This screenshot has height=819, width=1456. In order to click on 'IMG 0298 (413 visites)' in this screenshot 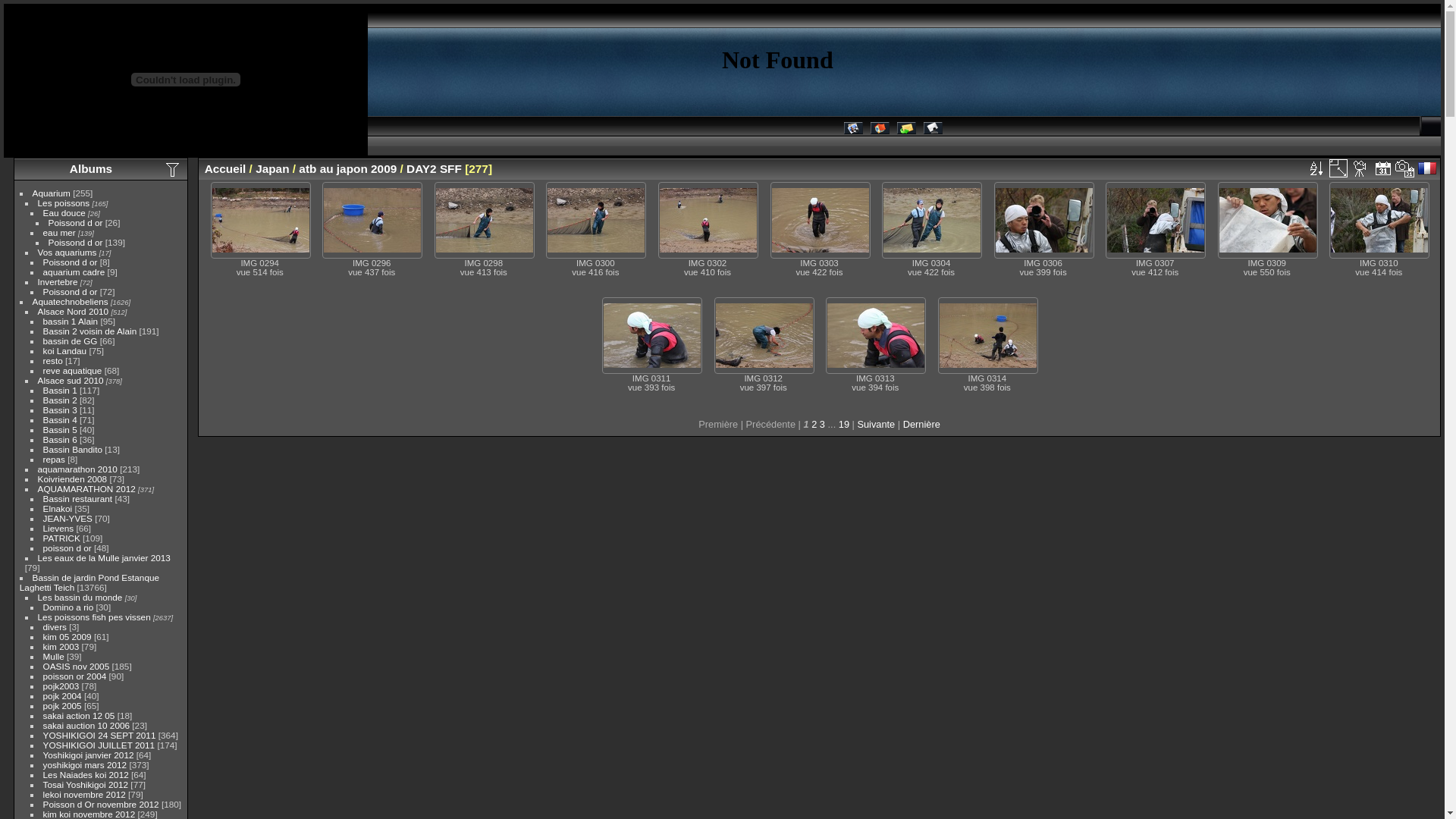, I will do `click(483, 220)`.